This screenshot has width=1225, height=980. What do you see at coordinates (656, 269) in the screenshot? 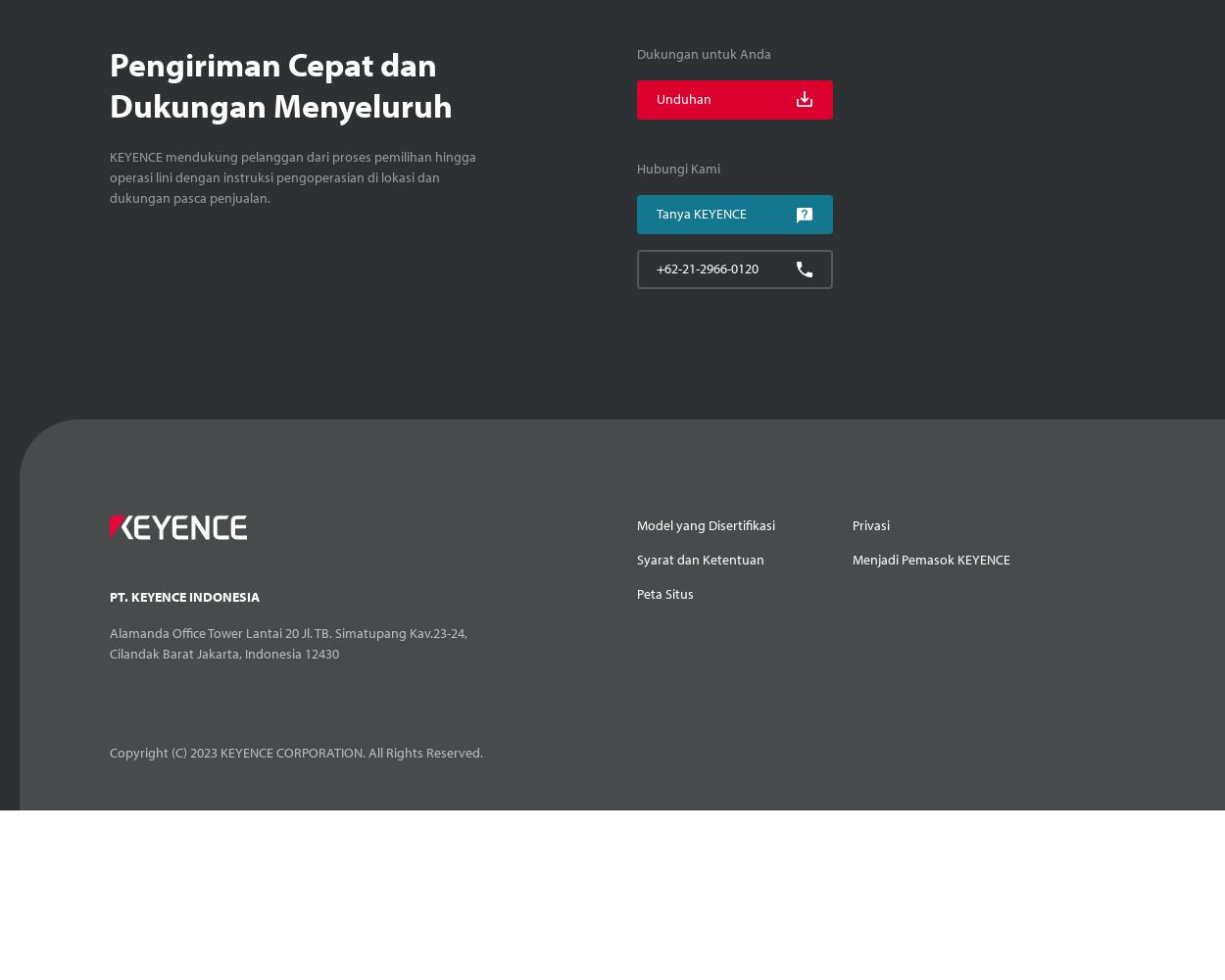
I see `'+62-21-2966-0120'` at bounding box center [656, 269].